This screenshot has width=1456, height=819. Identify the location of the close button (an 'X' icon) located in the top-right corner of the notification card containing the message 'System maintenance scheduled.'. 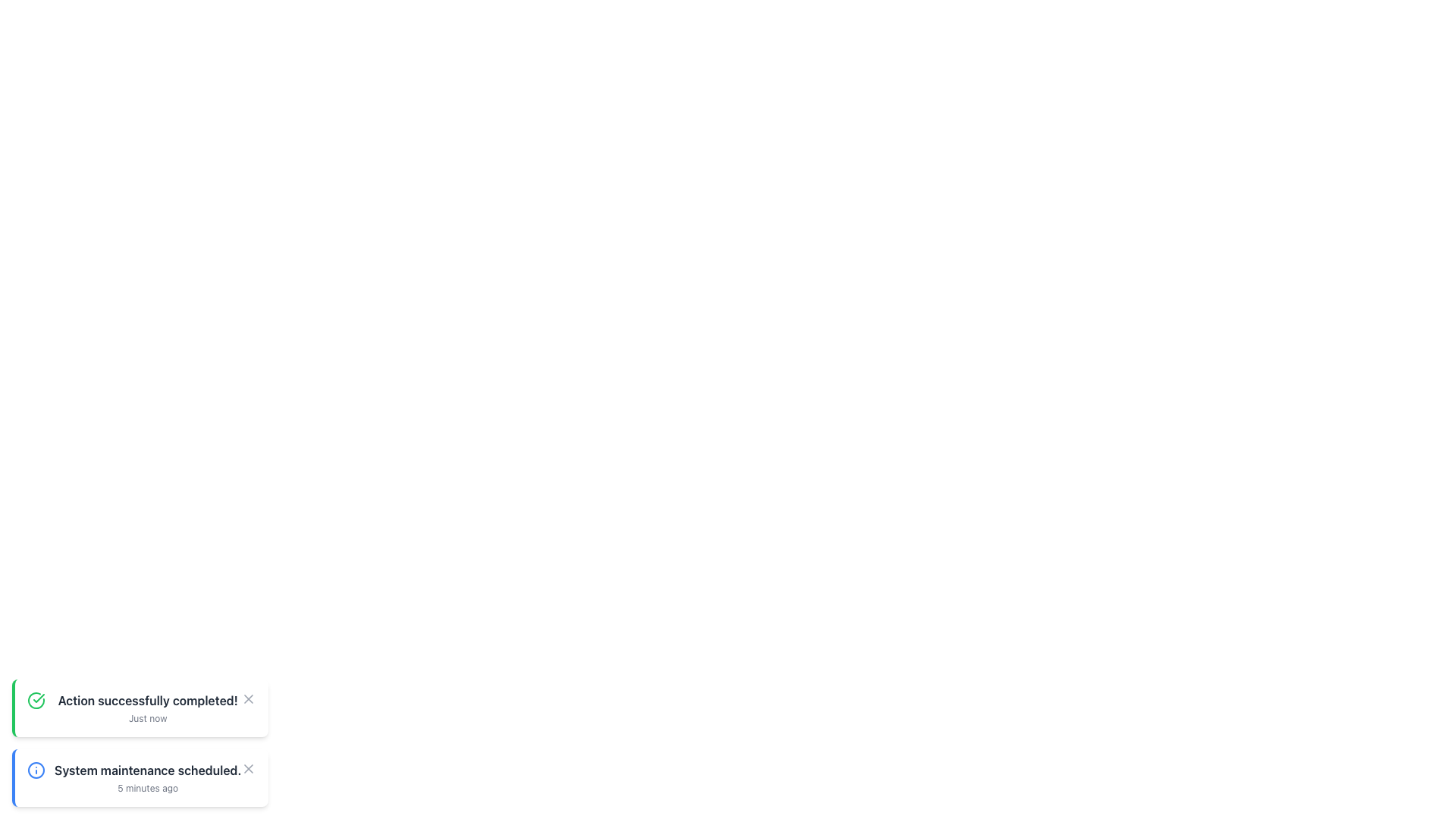
(249, 769).